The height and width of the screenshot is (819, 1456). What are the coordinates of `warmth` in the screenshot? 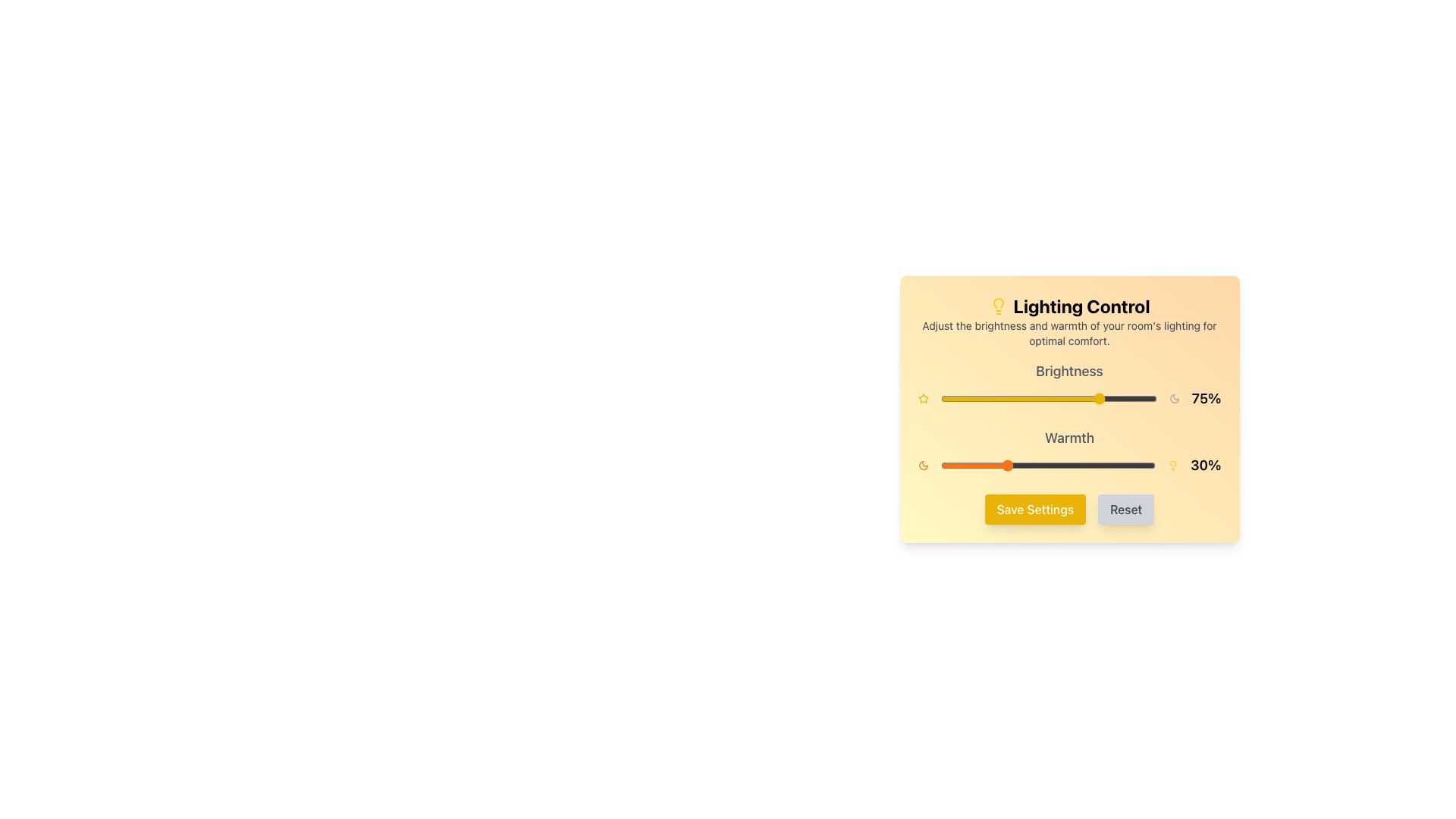 It's located at (1053, 464).